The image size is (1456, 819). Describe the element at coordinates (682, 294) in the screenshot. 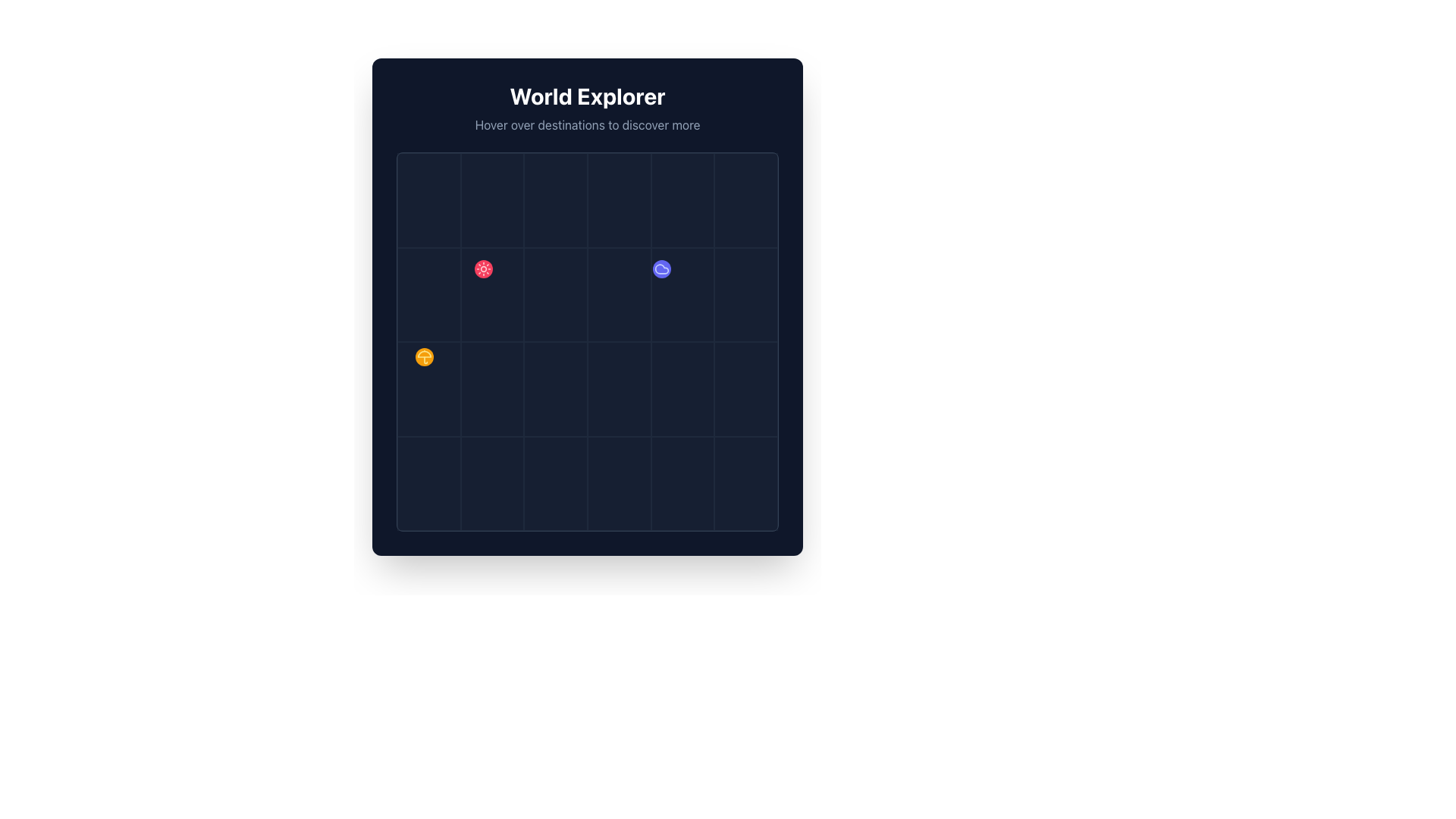

I see `the eleventh cell in the grid layout located in the second row and fifth column of the 'World Explorer' sub-panel` at that location.